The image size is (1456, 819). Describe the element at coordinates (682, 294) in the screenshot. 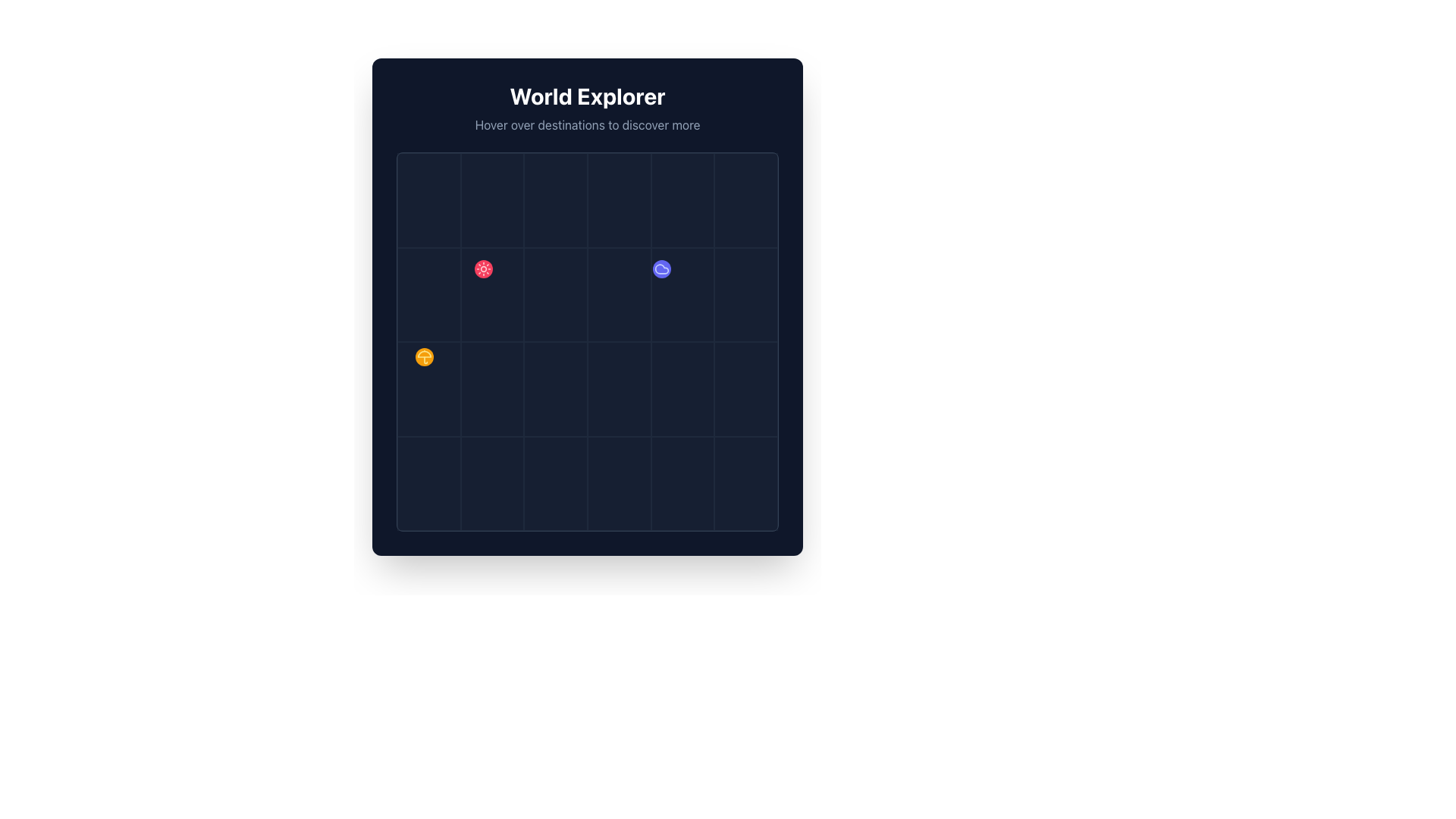

I see `the eleventh cell in the grid layout located in the second row and fifth column of the 'World Explorer' sub-panel` at that location.